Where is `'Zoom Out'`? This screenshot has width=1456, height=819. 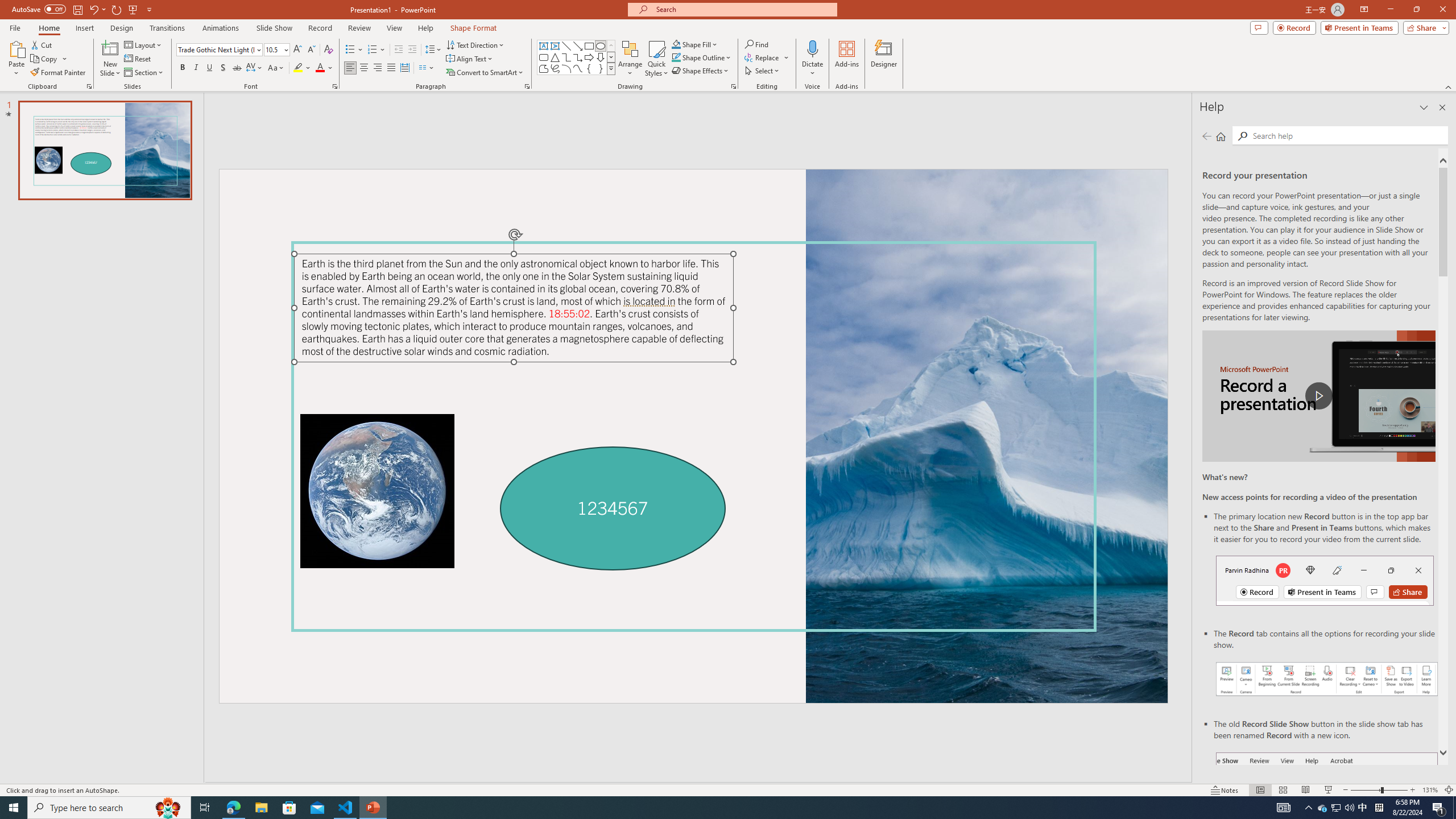
'Zoom Out' is located at coordinates (1366, 790).